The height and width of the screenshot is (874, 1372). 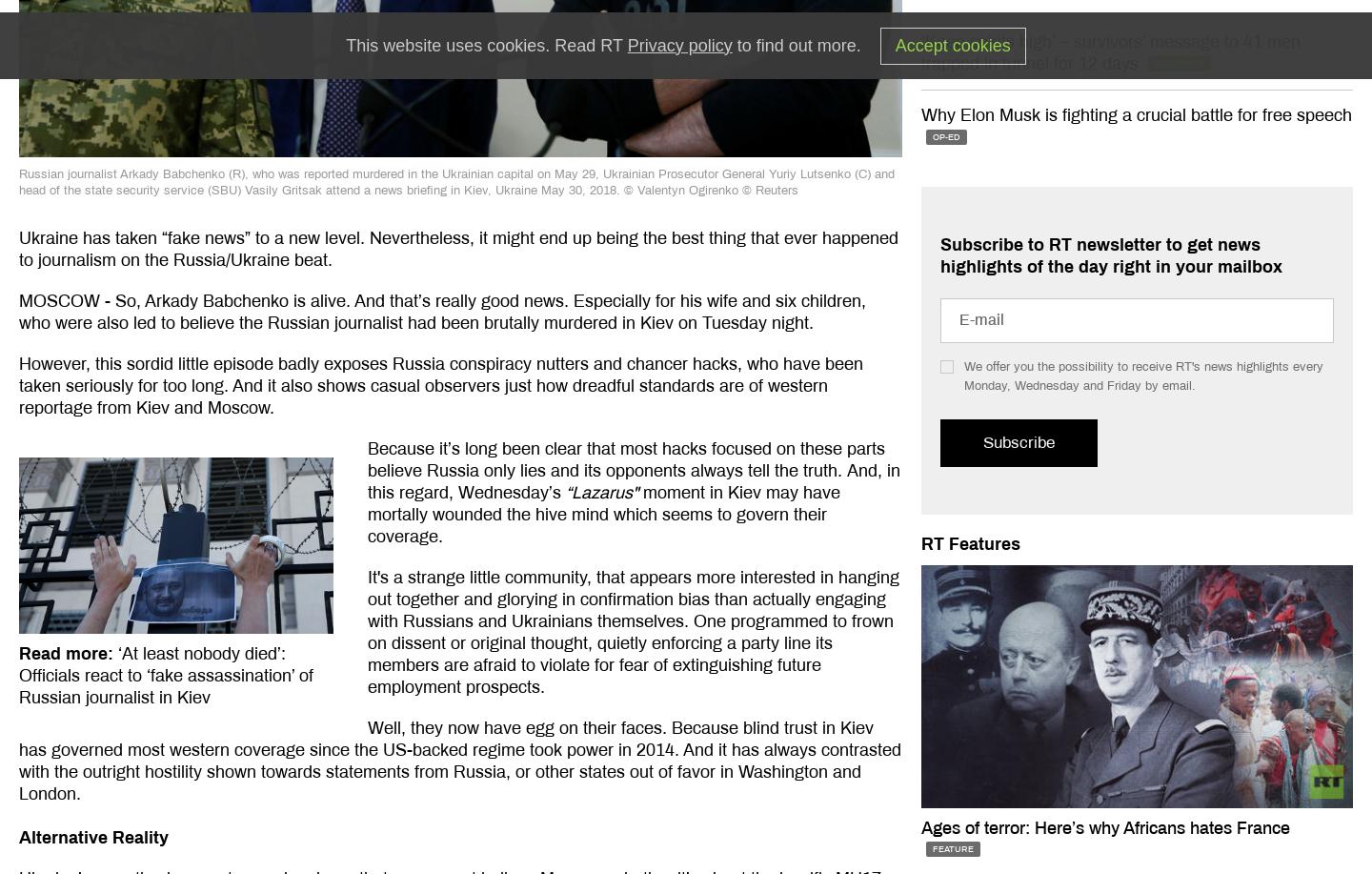 I want to click on 'This website uses cookies. Read RT', so click(x=485, y=45).